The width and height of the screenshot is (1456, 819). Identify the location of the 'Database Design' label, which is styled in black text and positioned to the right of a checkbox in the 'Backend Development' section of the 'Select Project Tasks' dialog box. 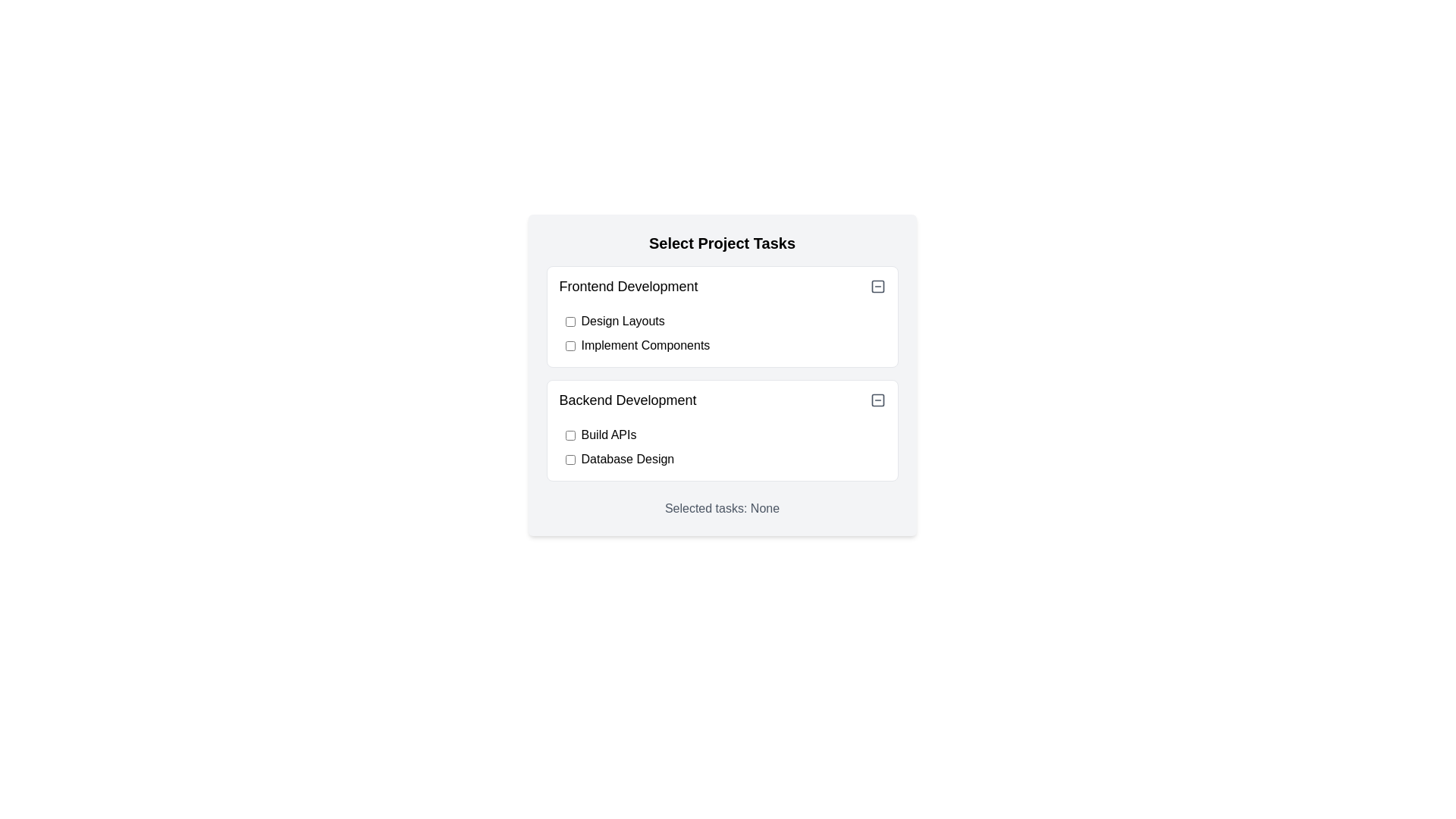
(627, 458).